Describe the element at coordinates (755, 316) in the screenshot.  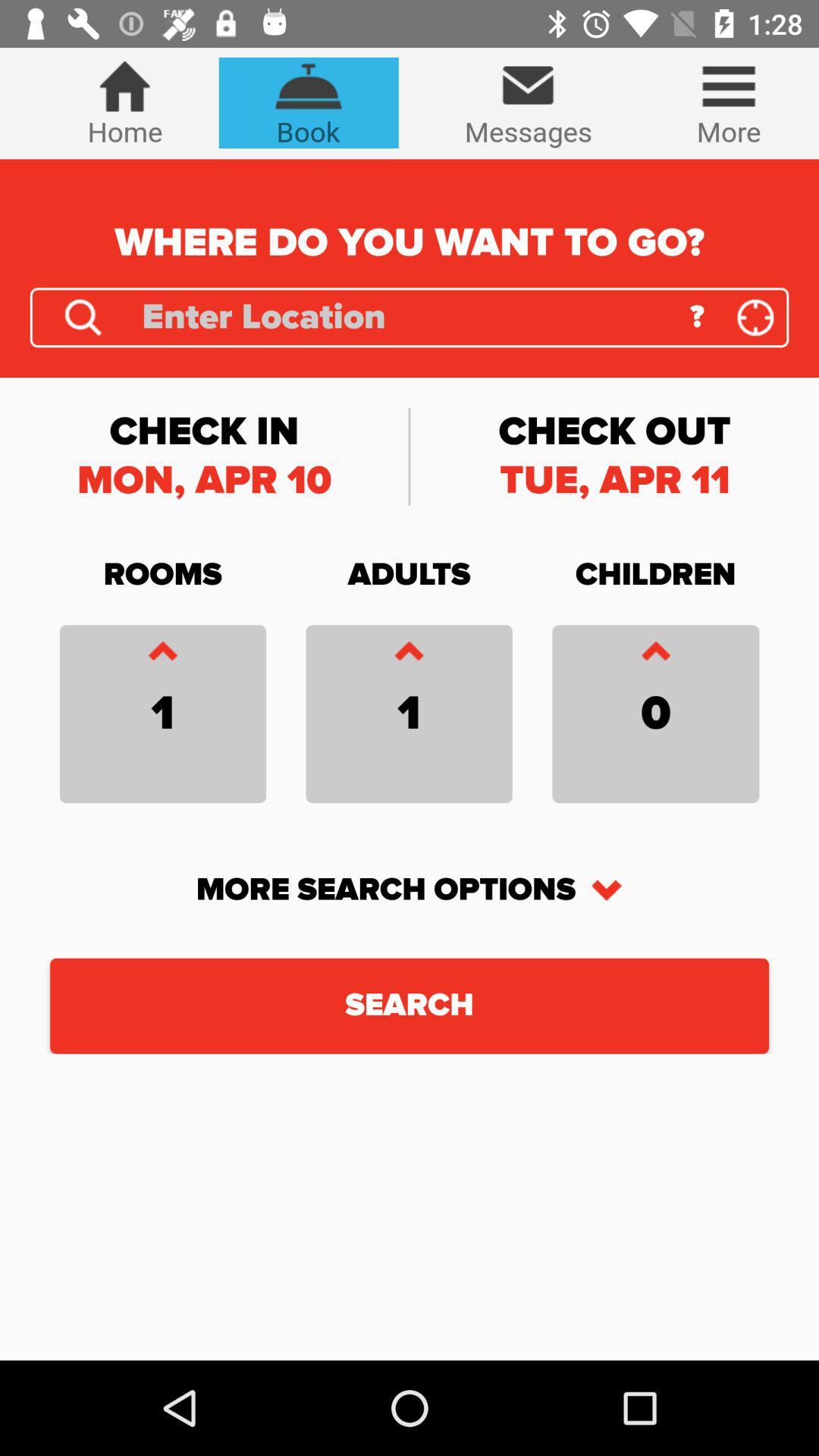
I see `the icon above the check out icon` at that location.